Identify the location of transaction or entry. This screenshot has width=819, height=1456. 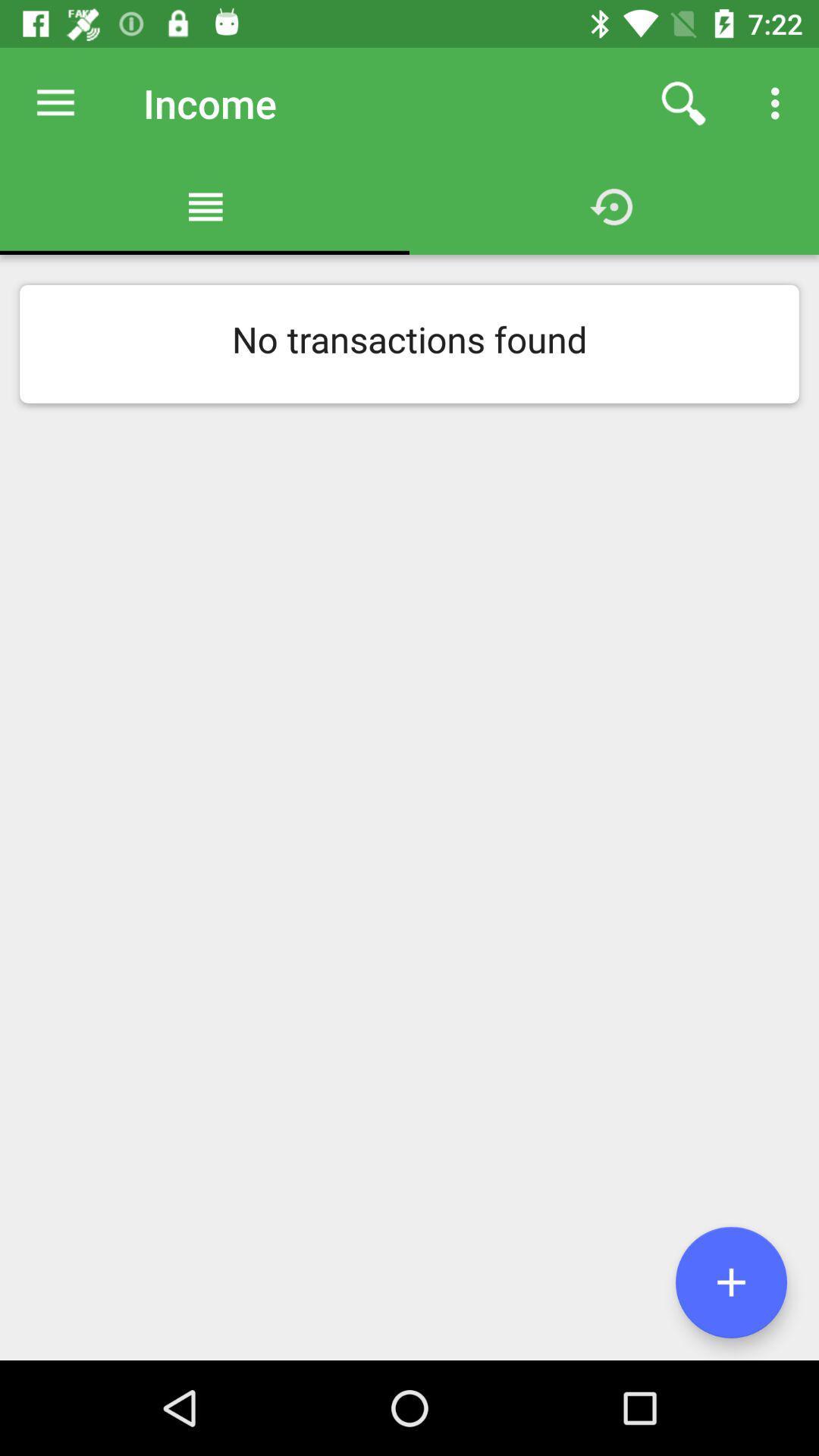
(730, 1282).